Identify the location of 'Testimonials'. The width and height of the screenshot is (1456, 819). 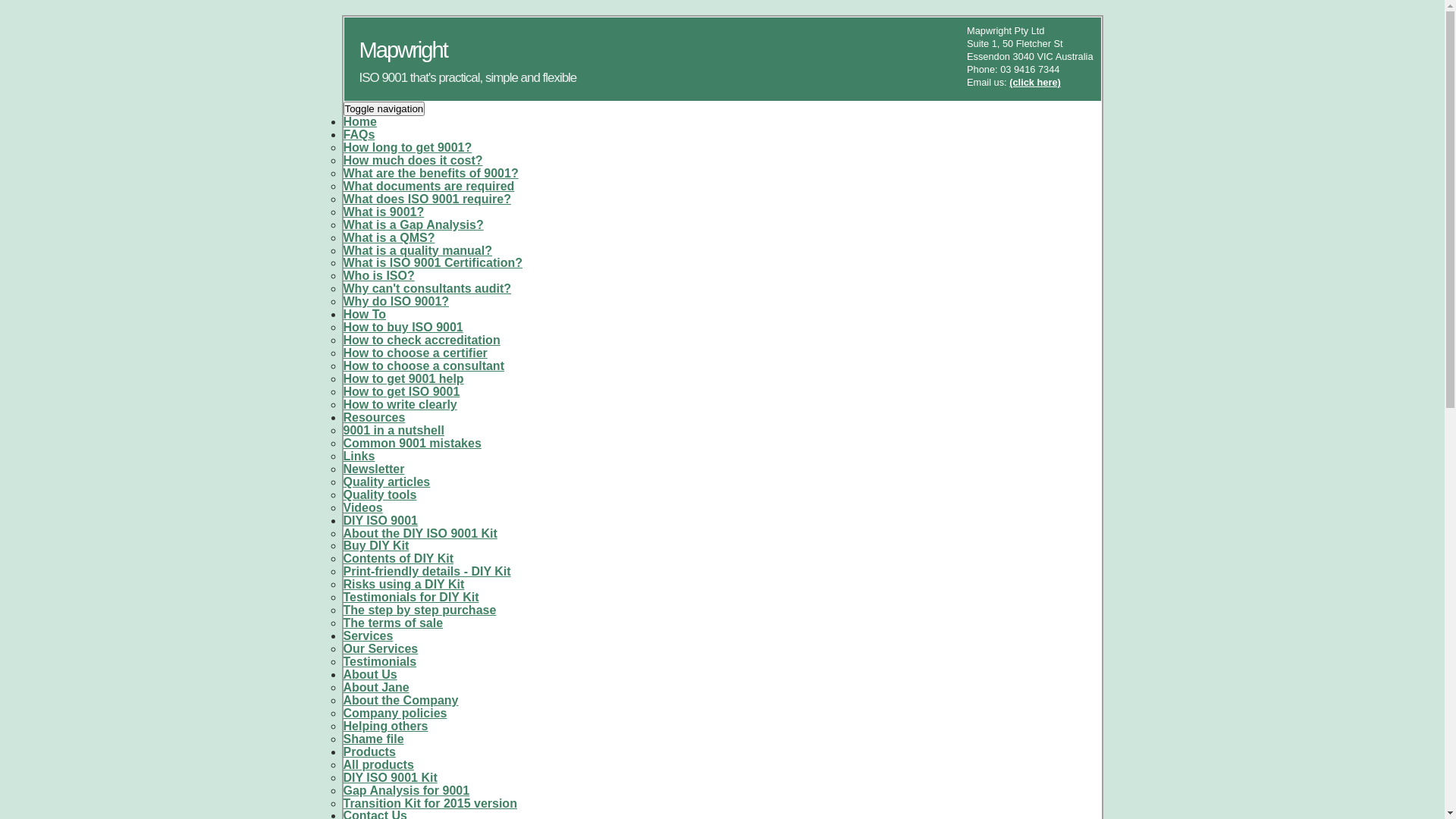
(379, 661).